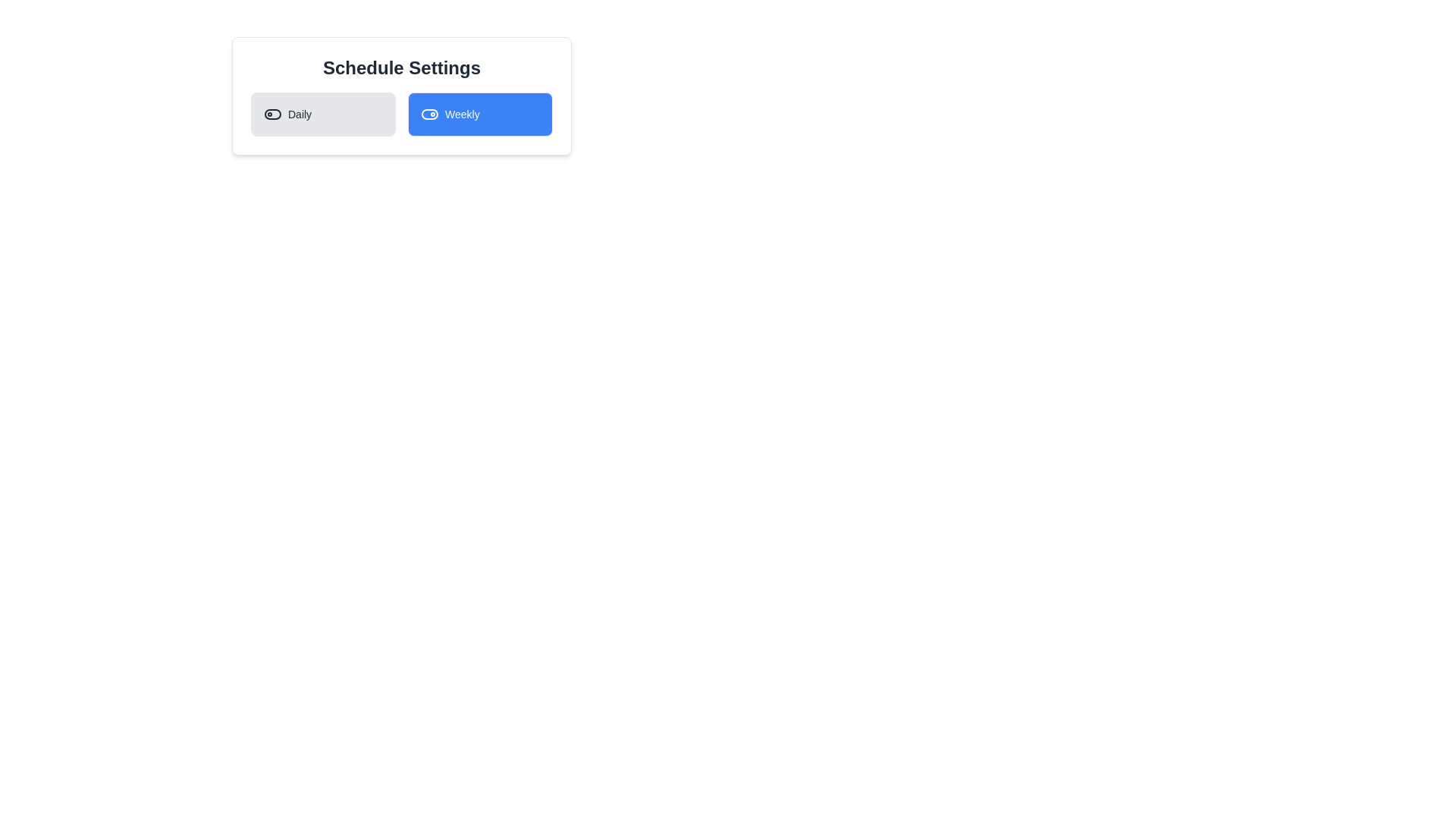 This screenshot has height=819, width=1456. I want to click on the 'Daily' button in the Schedule Settings section, so click(322, 113).